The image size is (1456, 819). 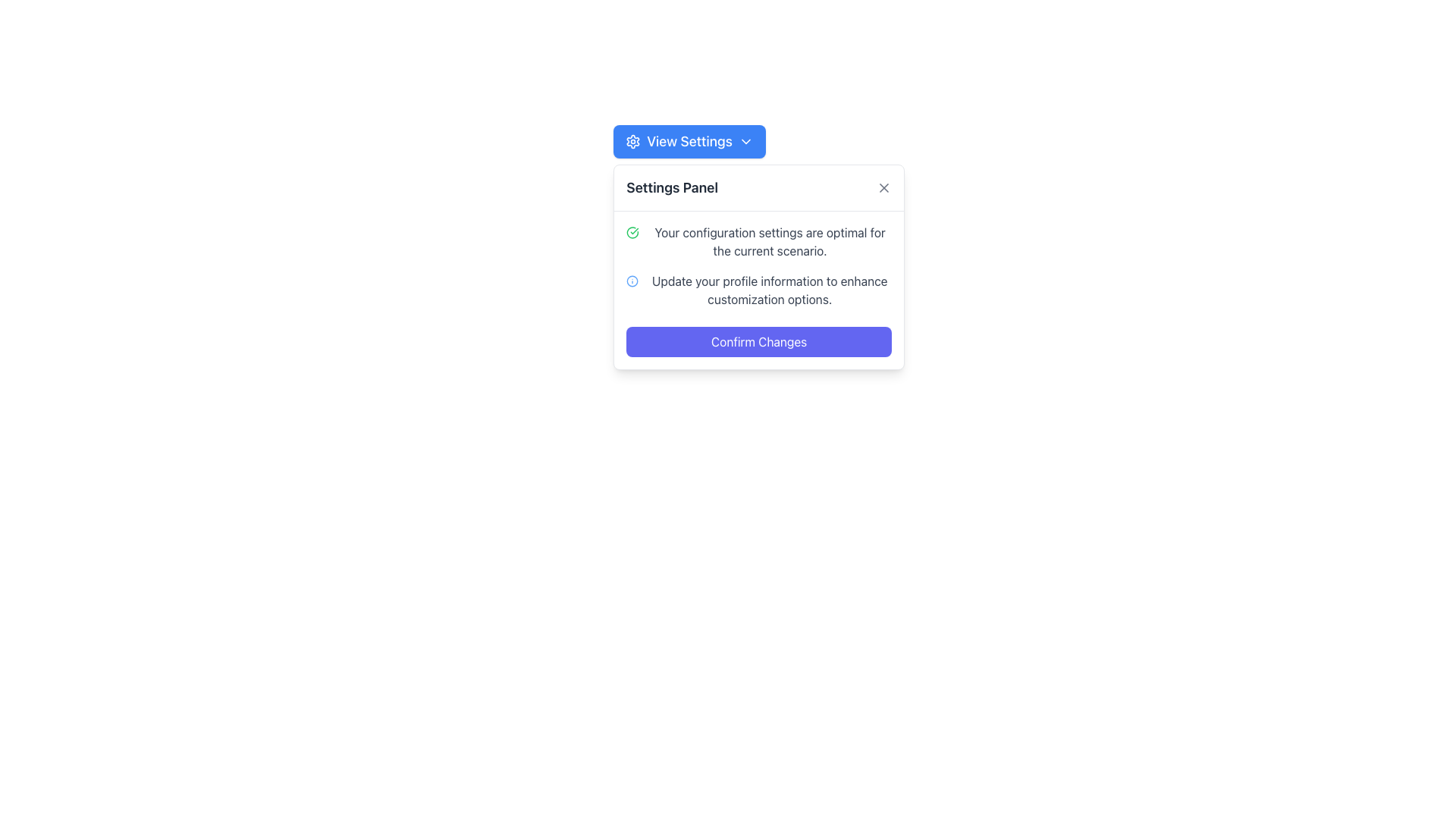 What do you see at coordinates (671, 187) in the screenshot?
I see `the title text label of the settings modal, which is positioned at the top left of the modal interface` at bounding box center [671, 187].